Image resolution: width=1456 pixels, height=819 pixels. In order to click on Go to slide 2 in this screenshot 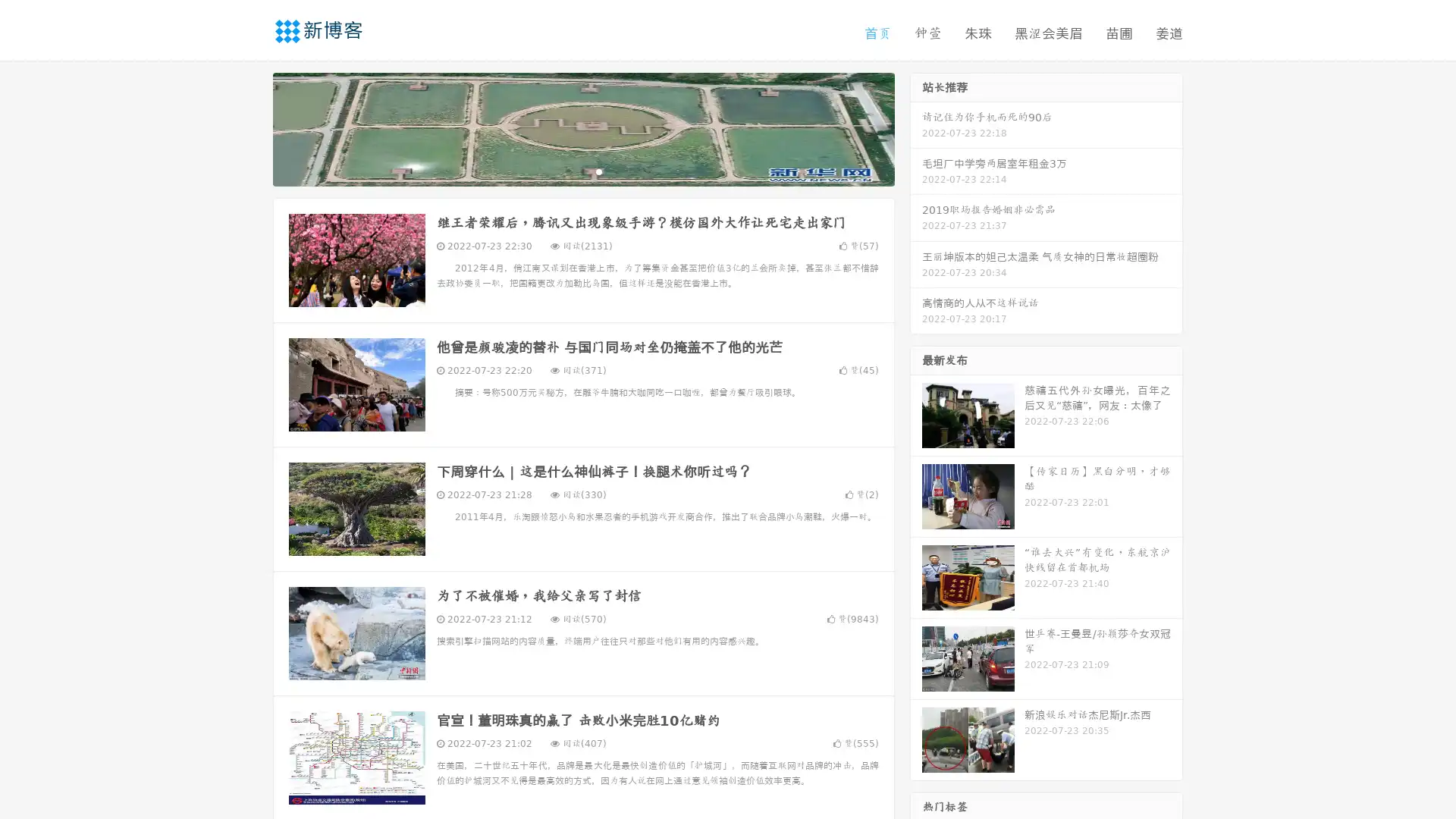, I will do `click(582, 171)`.